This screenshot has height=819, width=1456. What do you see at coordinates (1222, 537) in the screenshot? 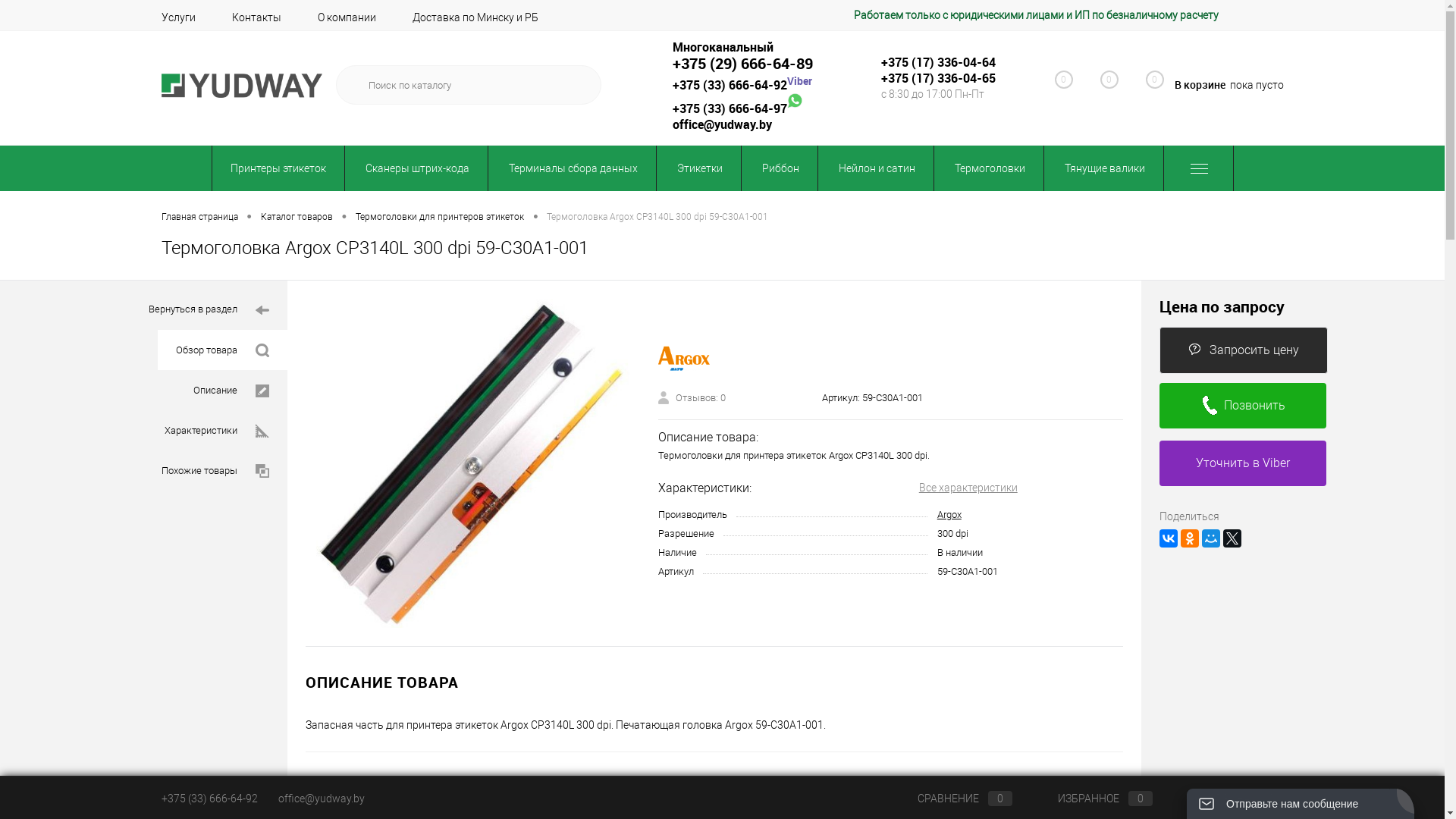
I see `'Twitter'` at bounding box center [1222, 537].